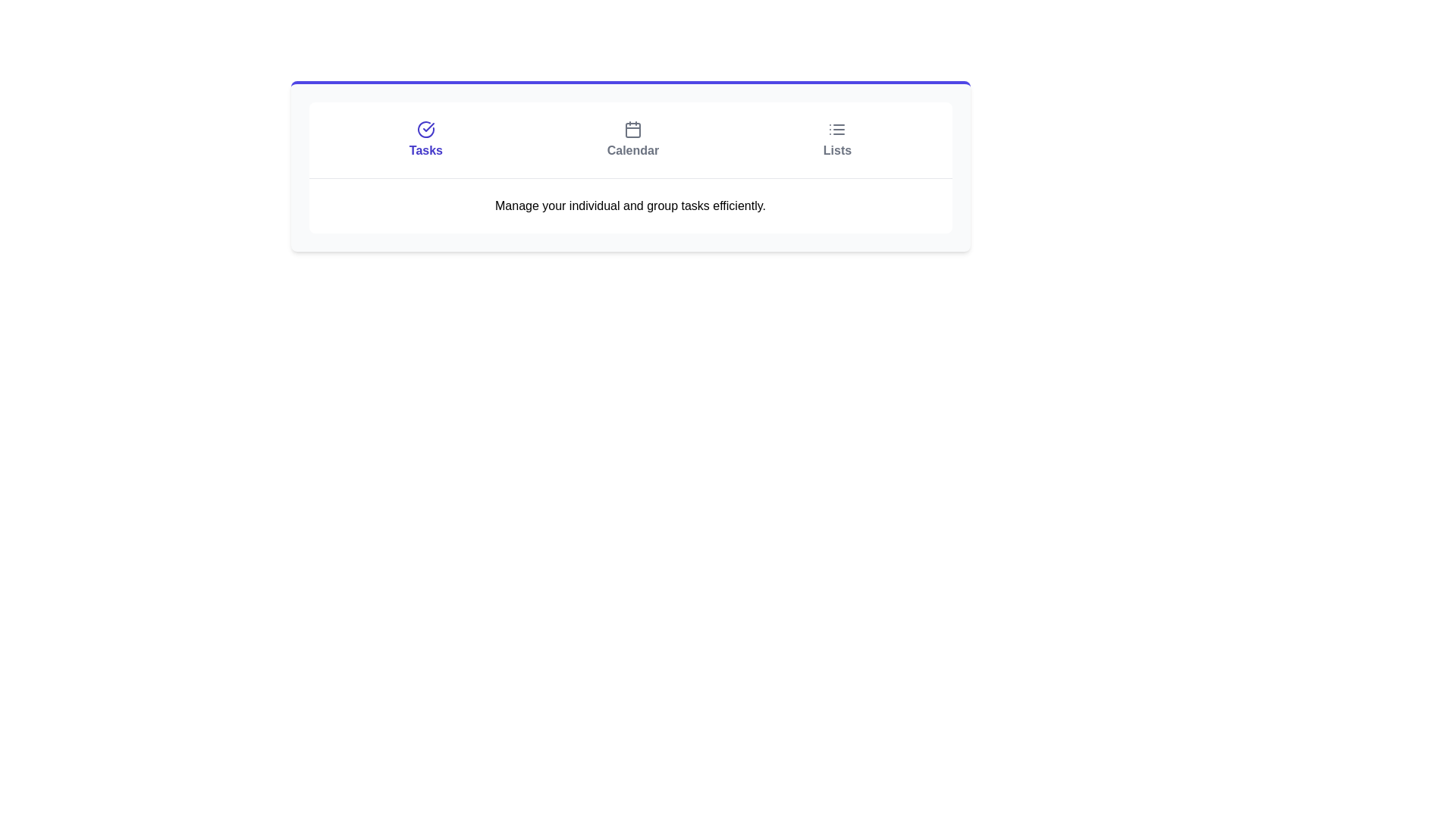 The width and height of the screenshot is (1456, 819). I want to click on the 'Lists' label inside the rightmost button of the top row, so click(836, 151).